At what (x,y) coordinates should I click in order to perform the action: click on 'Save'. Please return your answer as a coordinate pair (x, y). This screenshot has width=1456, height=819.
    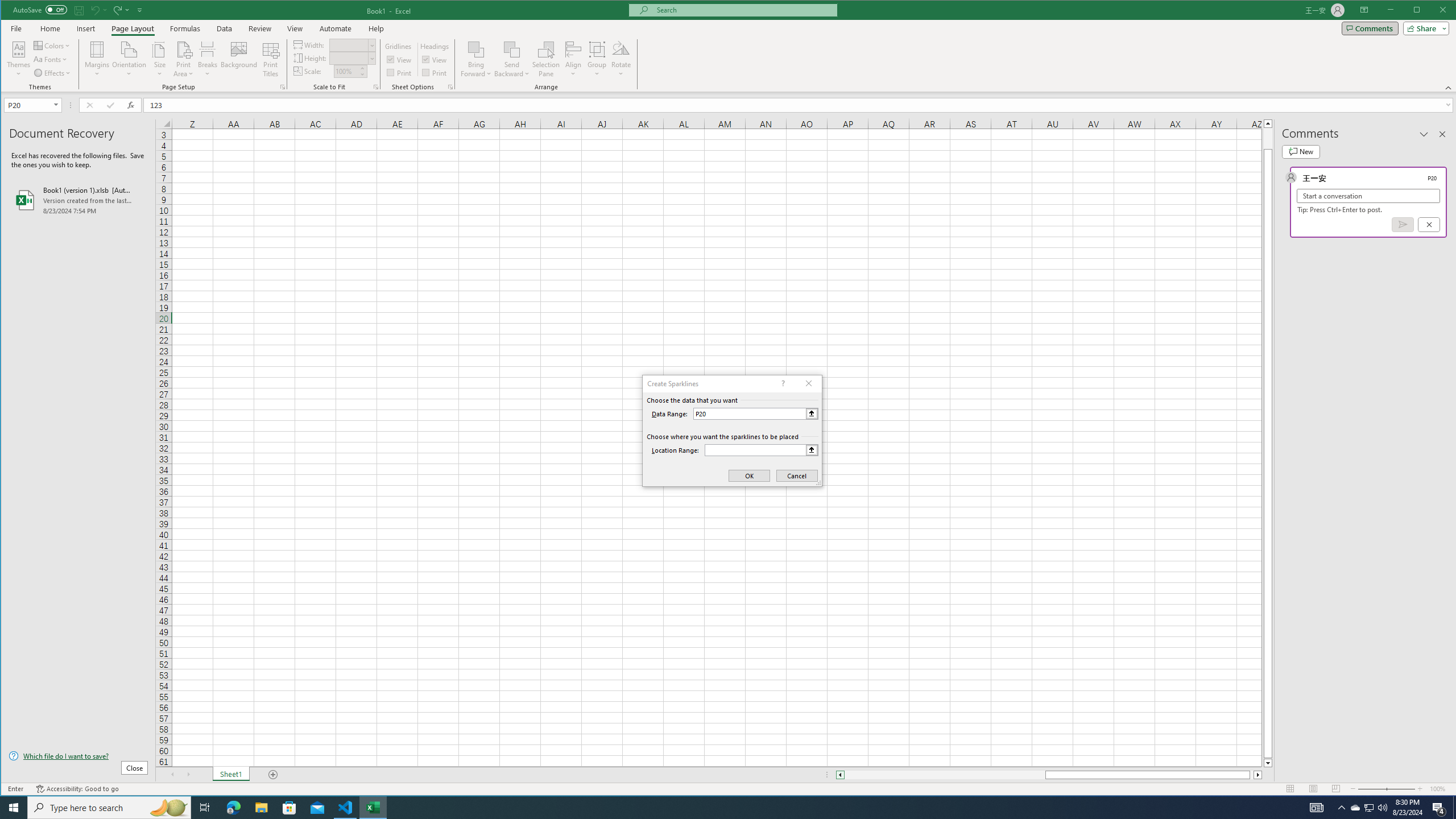
    Looking at the image, I should click on (78, 9).